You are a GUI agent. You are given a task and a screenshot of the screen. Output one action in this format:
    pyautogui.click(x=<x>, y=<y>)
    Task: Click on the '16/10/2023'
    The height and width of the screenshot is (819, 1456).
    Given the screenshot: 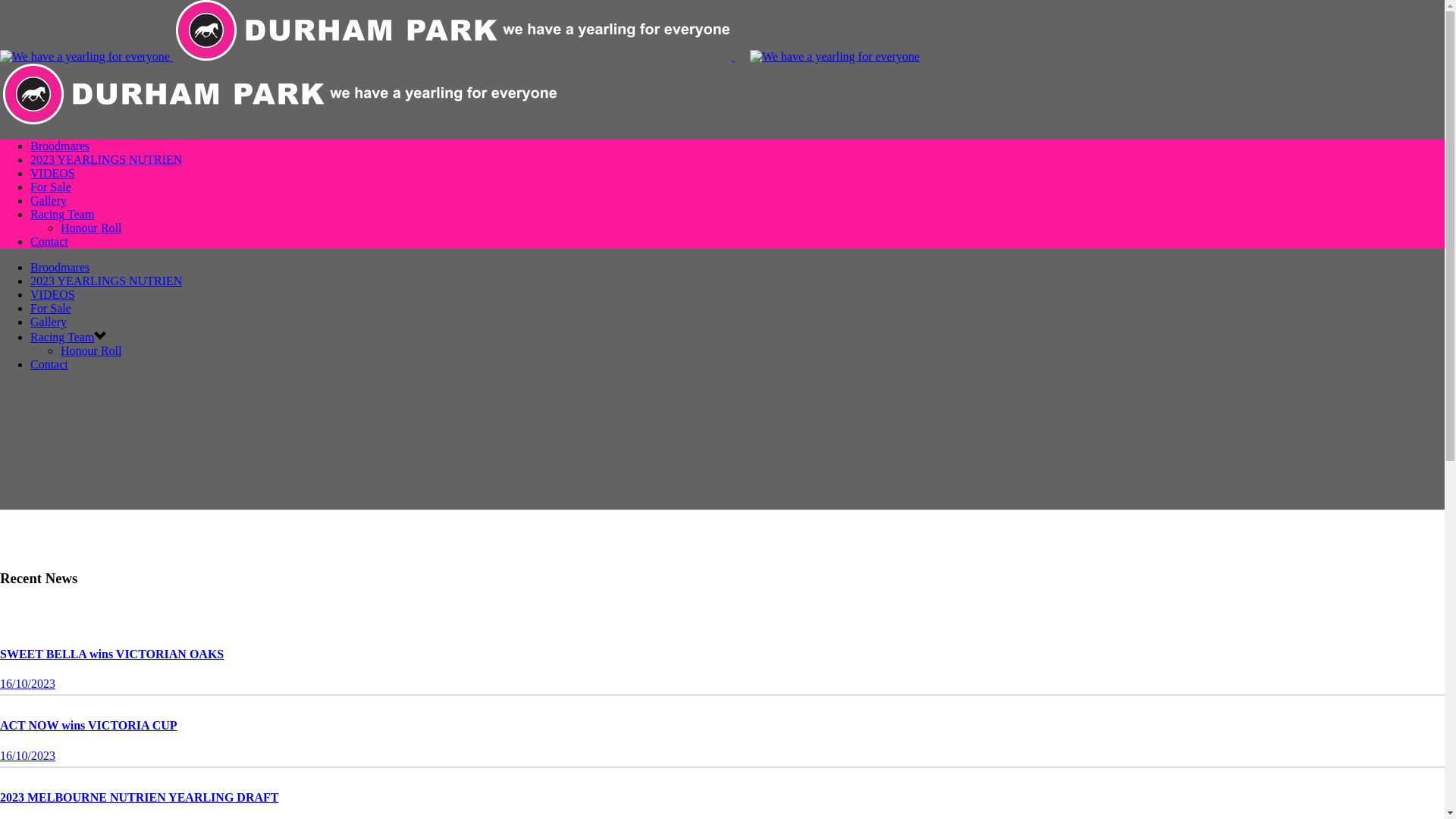 What is the action you would take?
    pyautogui.click(x=27, y=683)
    